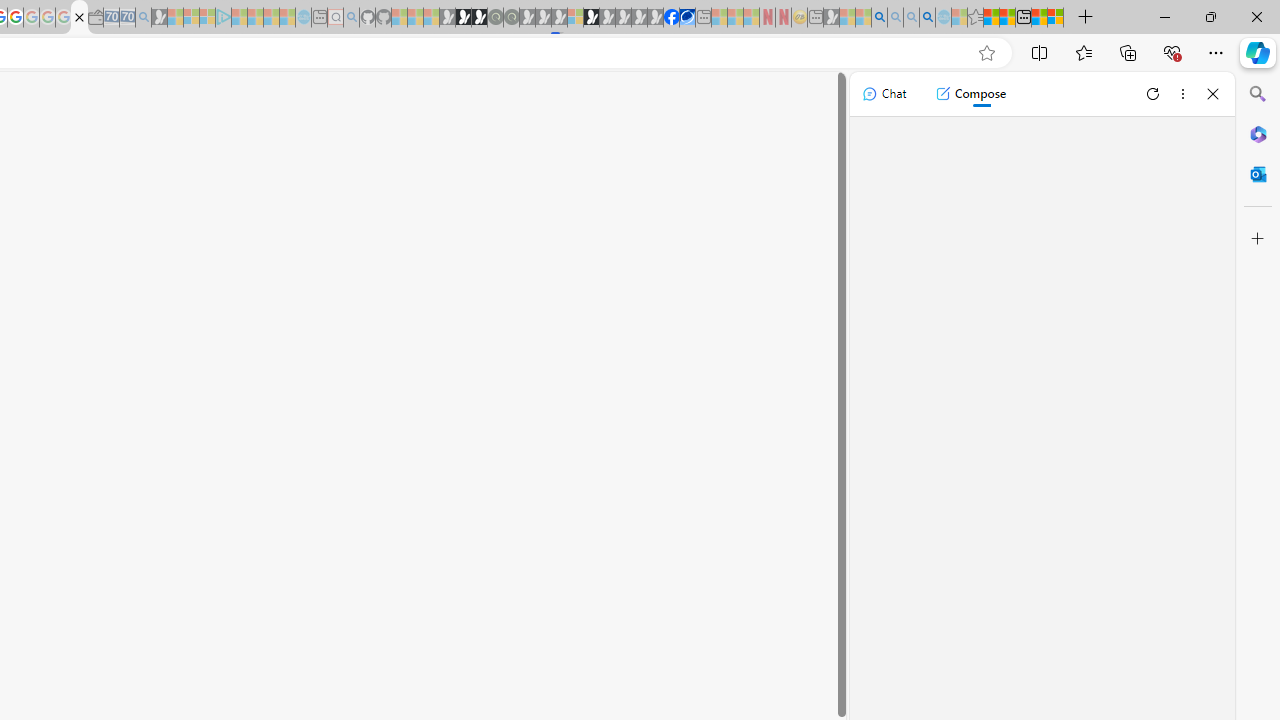 Image resolution: width=1280 pixels, height=720 pixels. I want to click on 'Google Chrome Internet Browser Download - Search Images', so click(927, 17).